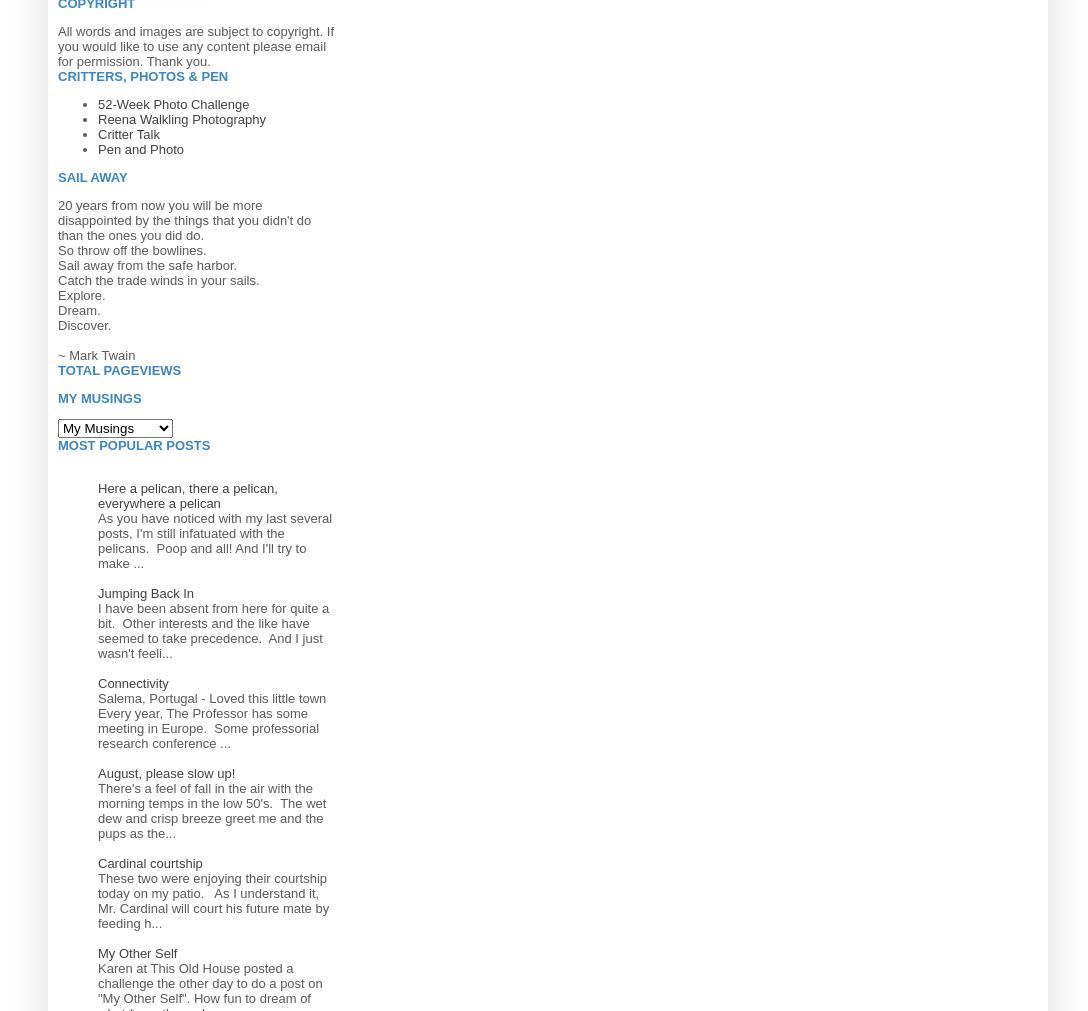 The width and height of the screenshot is (1088, 1011). Describe the element at coordinates (134, 443) in the screenshot. I see `'Most Popular Posts'` at that location.